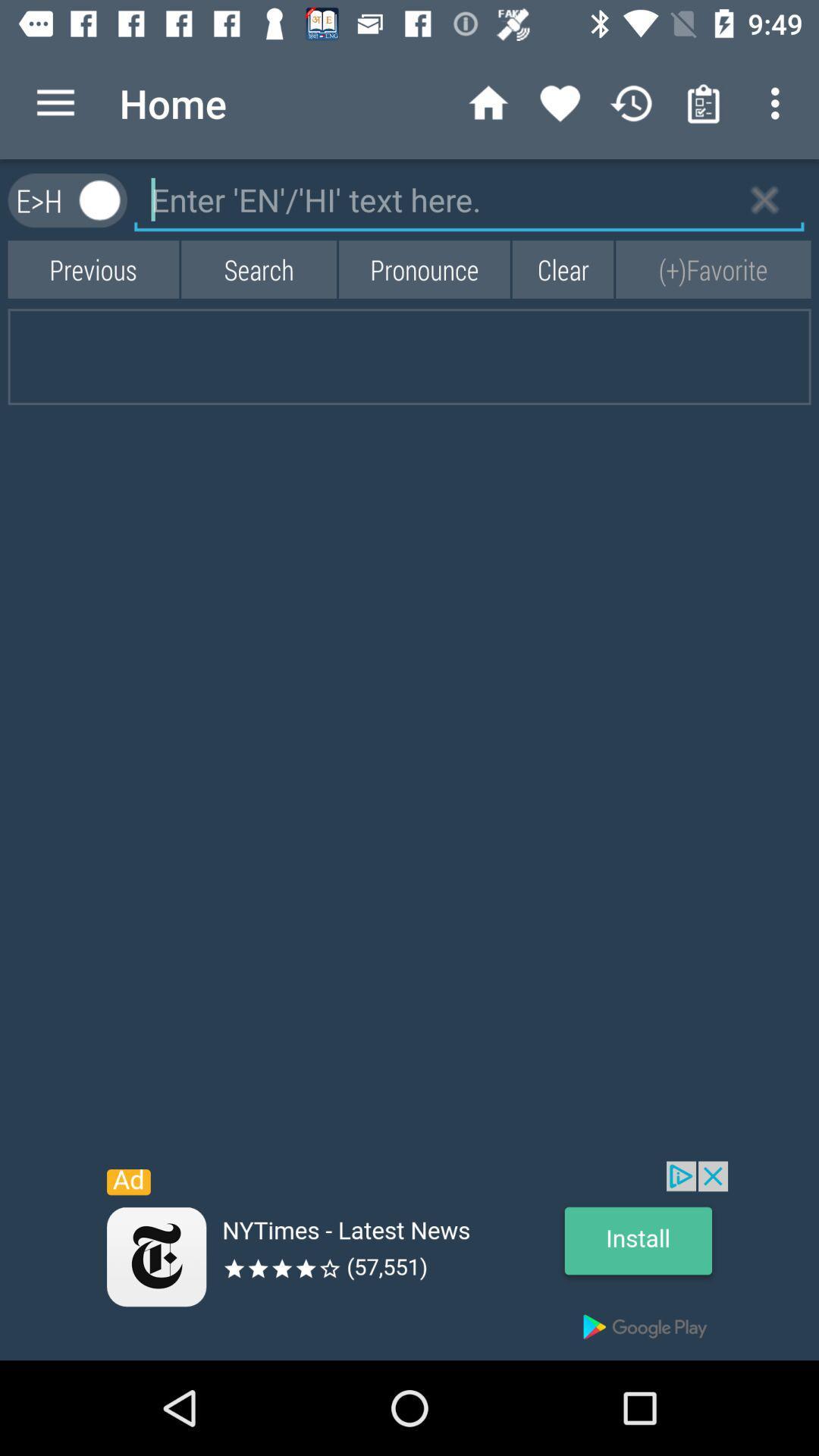  What do you see at coordinates (424, 269) in the screenshot?
I see `the button which is between search and clear` at bounding box center [424, 269].